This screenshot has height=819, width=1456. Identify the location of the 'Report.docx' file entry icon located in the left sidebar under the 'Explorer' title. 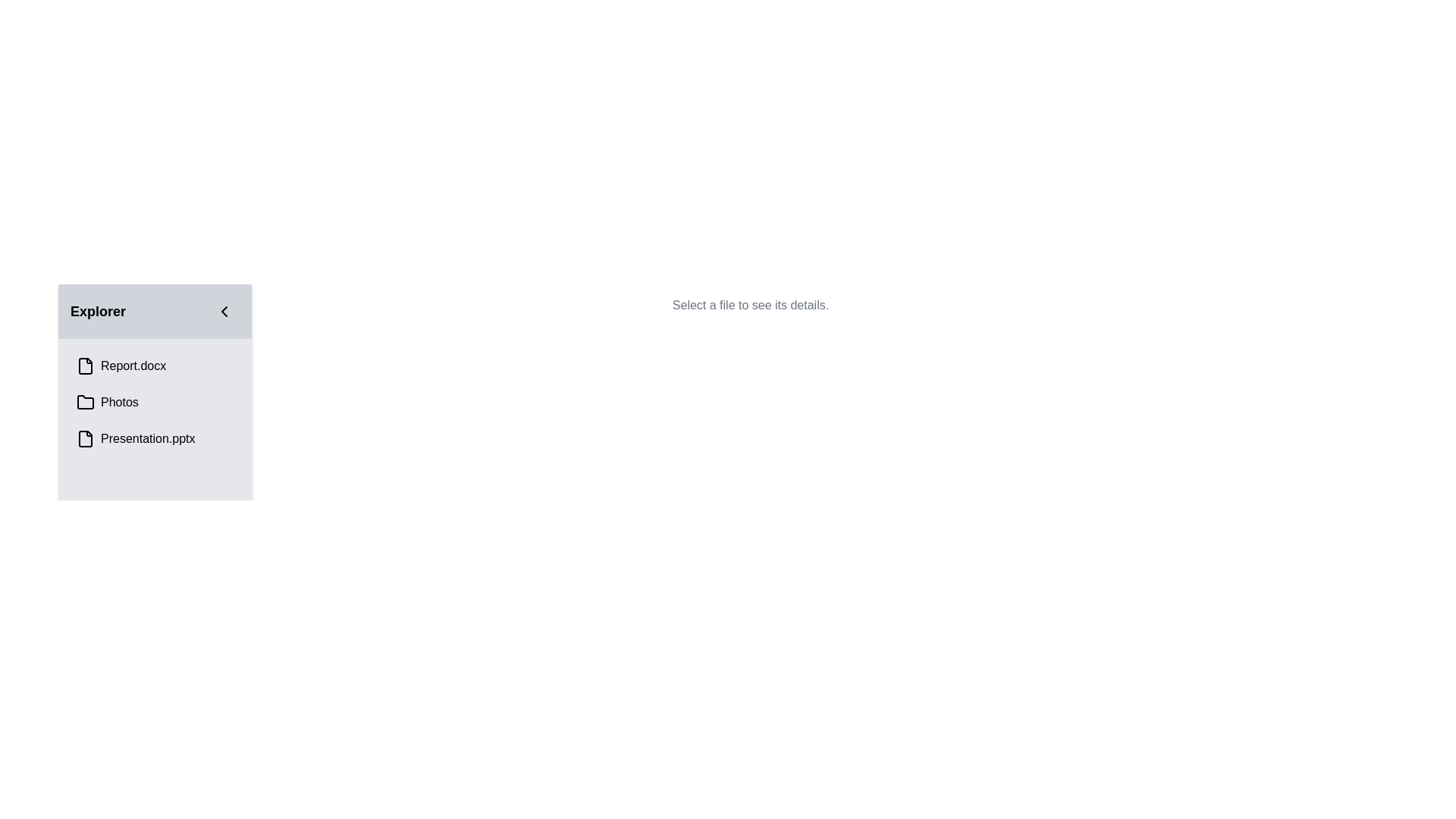
(85, 366).